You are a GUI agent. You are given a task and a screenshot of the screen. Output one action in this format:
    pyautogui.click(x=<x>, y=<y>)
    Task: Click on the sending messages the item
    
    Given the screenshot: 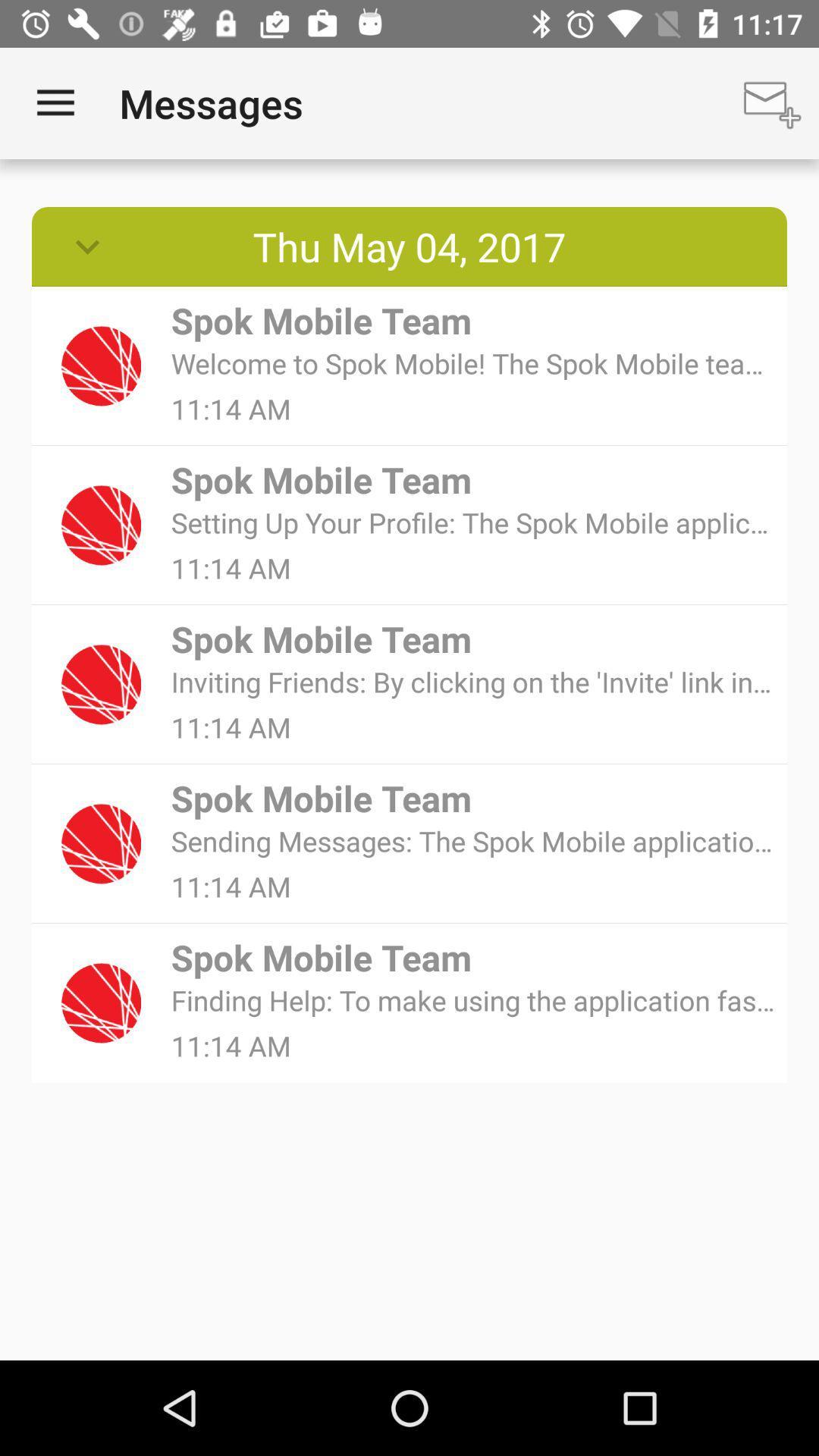 What is the action you would take?
    pyautogui.click(x=473, y=840)
    